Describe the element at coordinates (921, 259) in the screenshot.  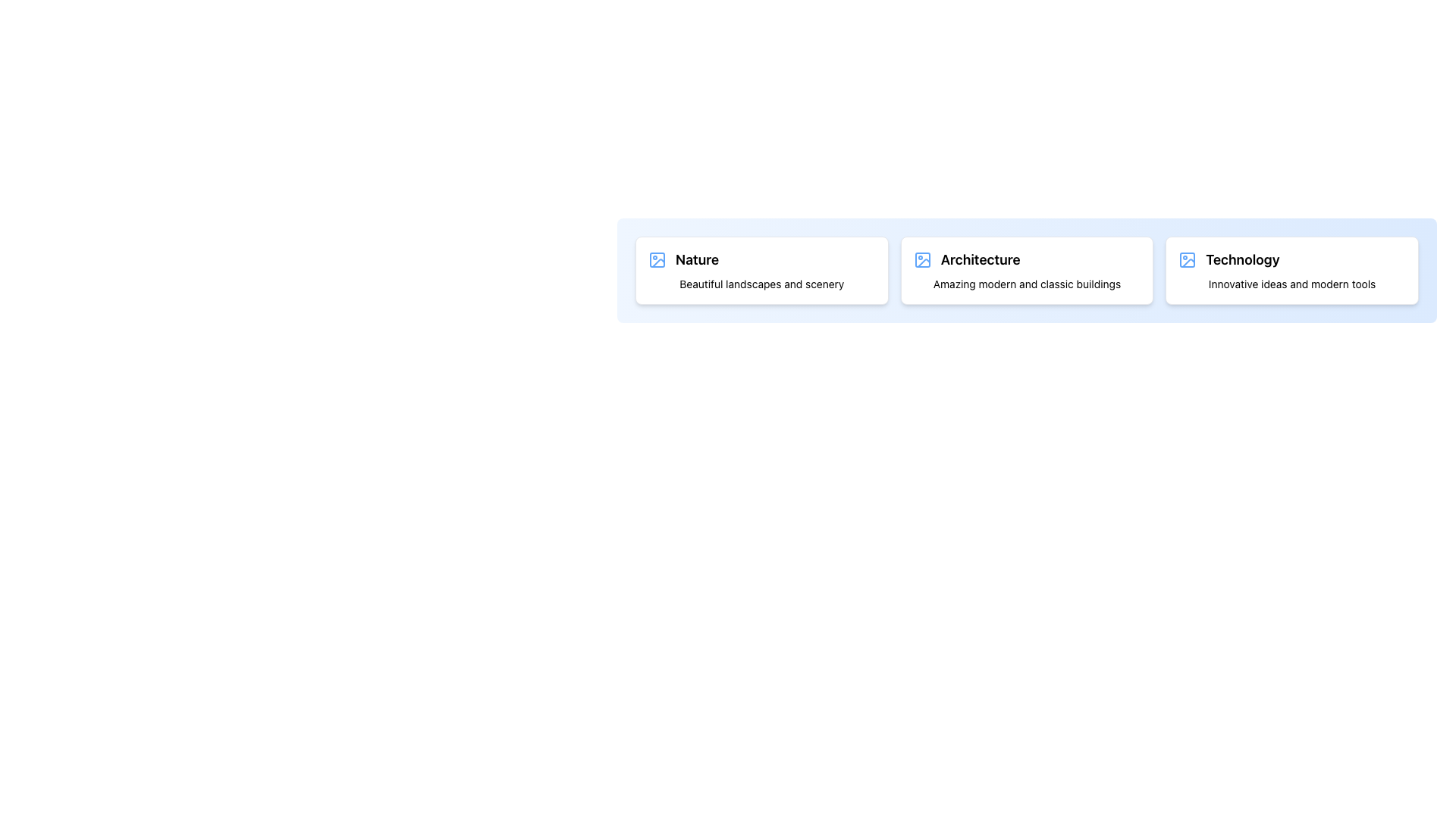
I see `the small SVG icon resembling a generic image symbol, which is located at the top-left of the 'Architecture' card, preceding the text 'Architecture'` at that location.